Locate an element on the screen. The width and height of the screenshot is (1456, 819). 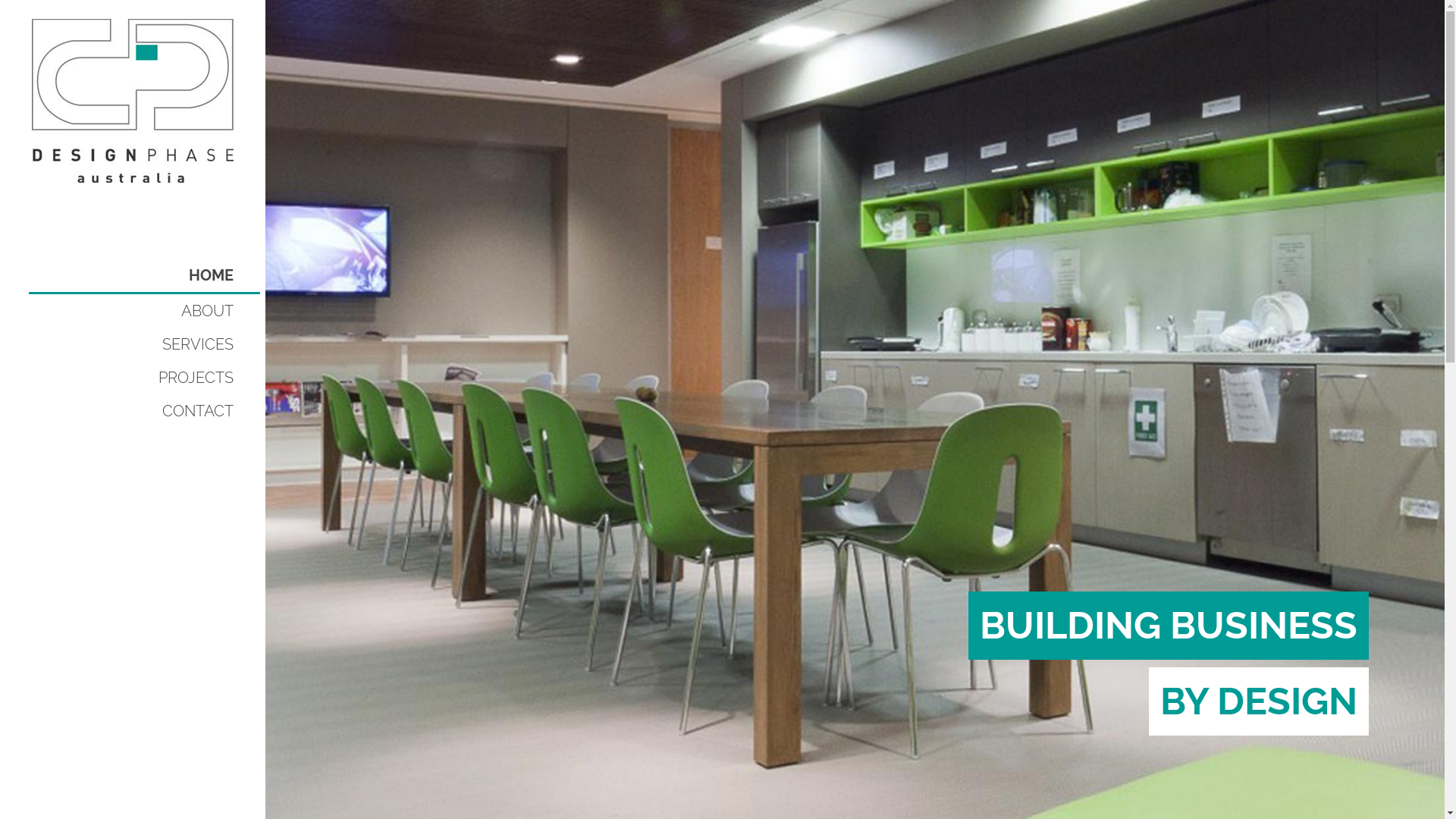
'CONTACT' is located at coordinates (29, 411).